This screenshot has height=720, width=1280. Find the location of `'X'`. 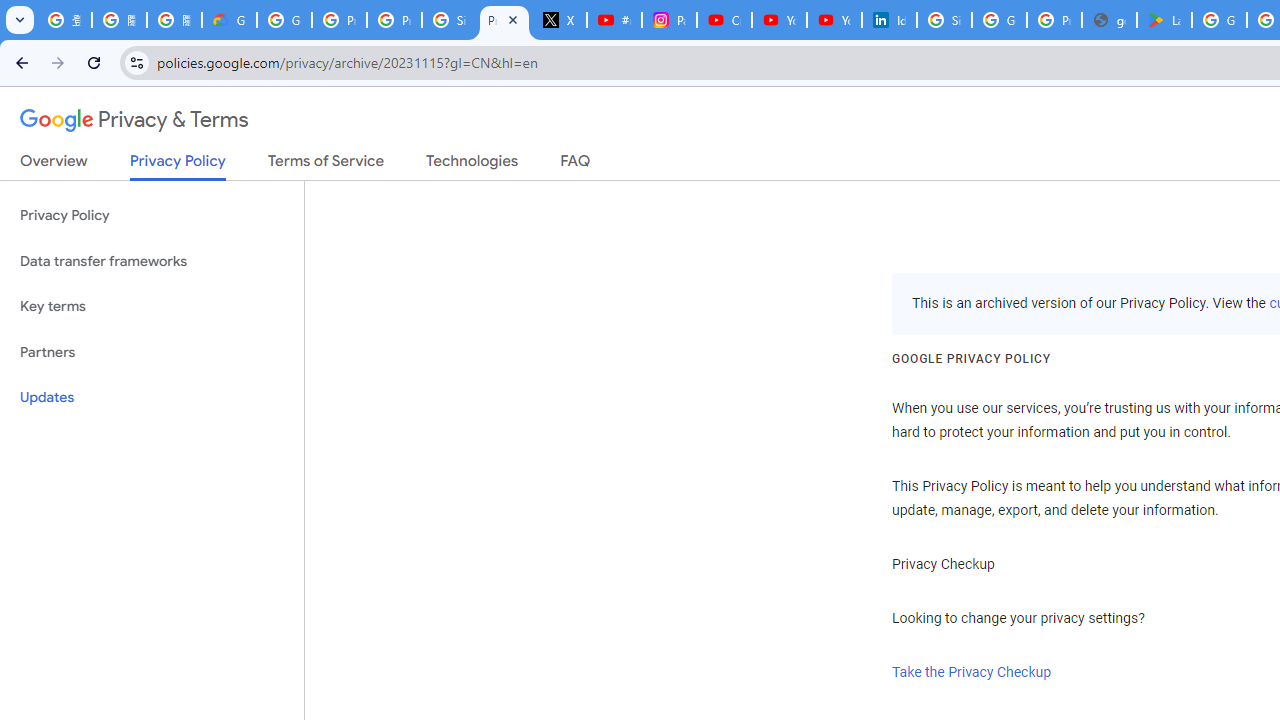

'X' is located at coordinates (560, 20).